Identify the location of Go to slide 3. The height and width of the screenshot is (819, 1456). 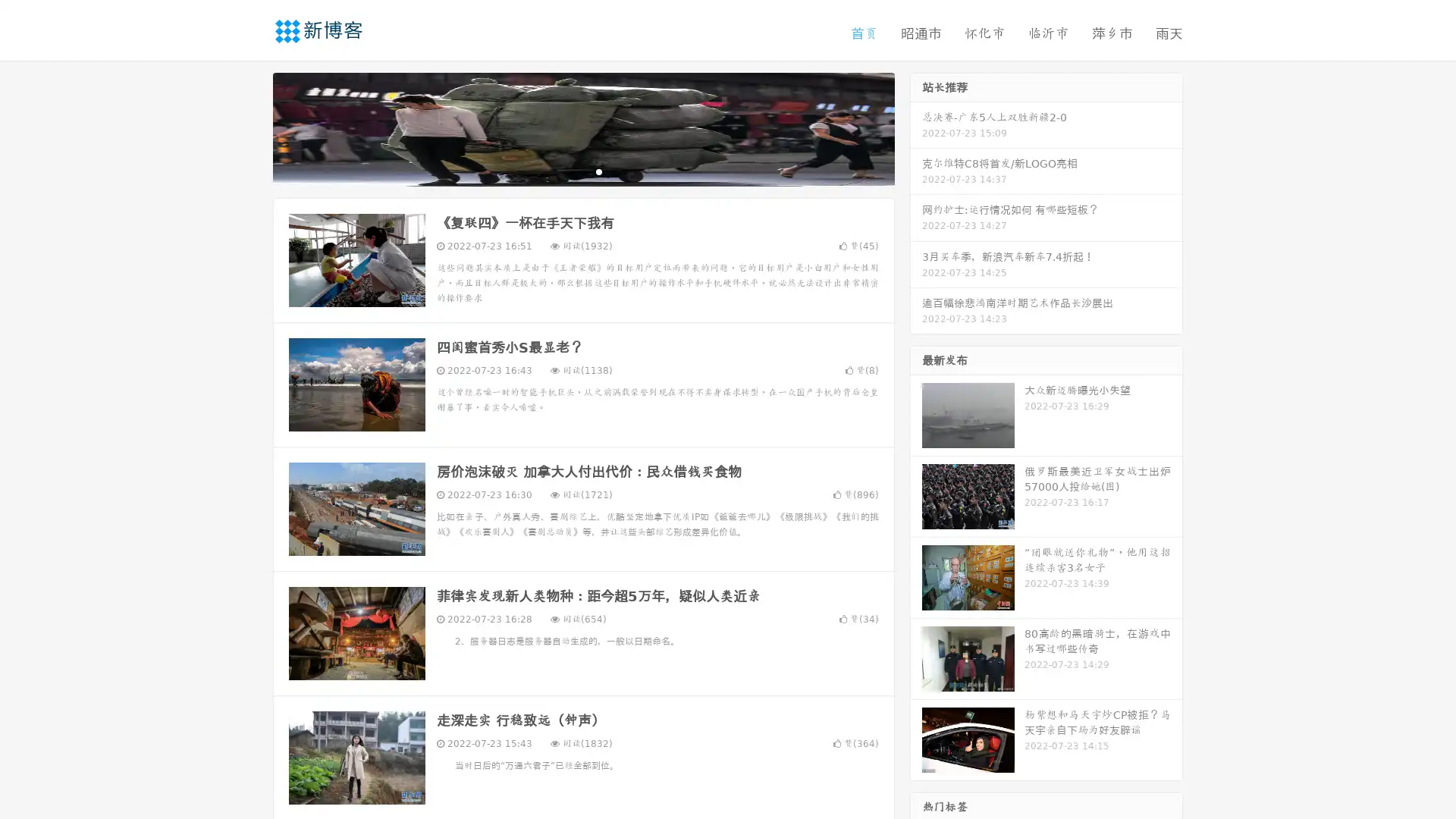
(598, 171).